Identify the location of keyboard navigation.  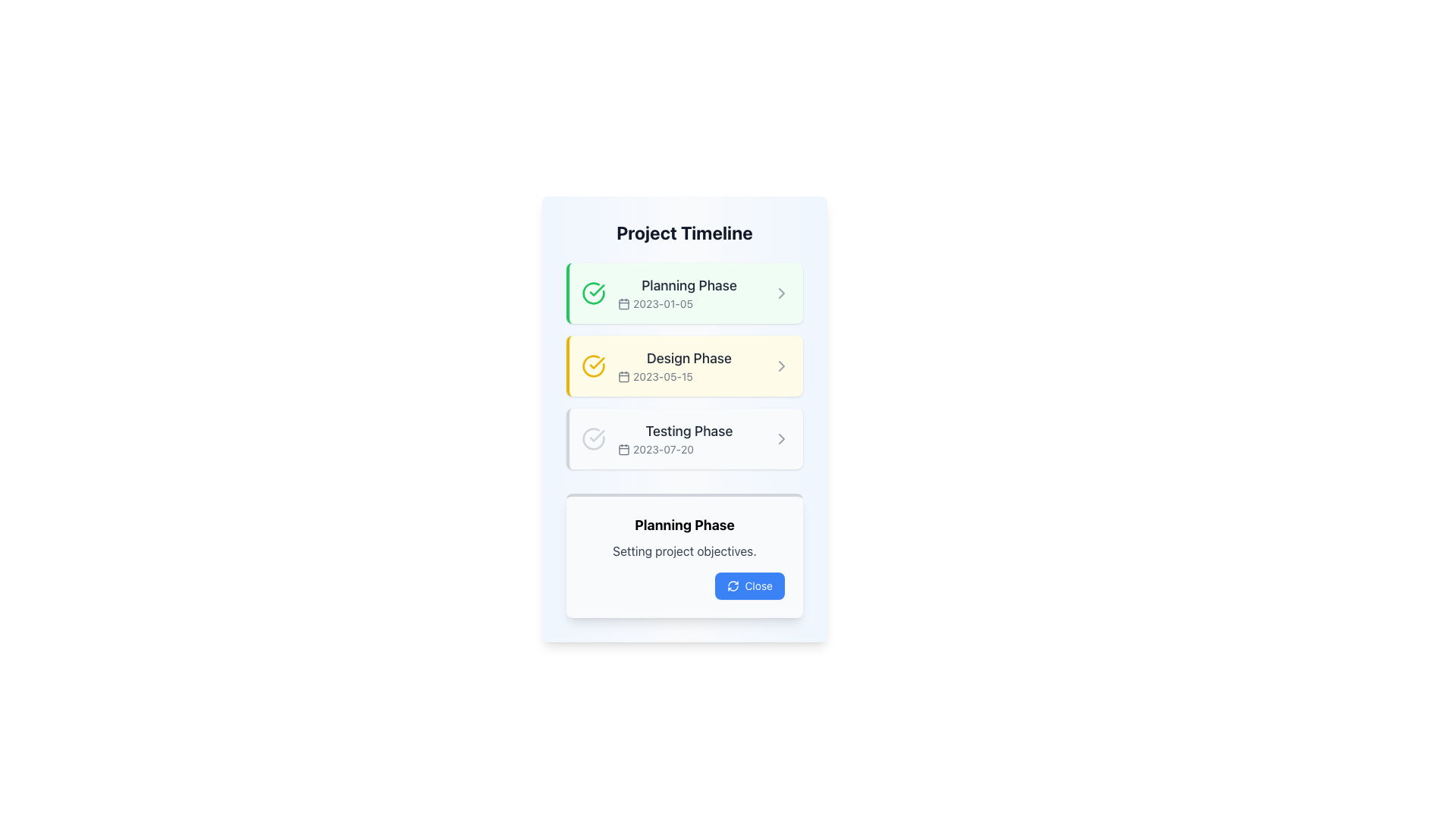
(688, 438).